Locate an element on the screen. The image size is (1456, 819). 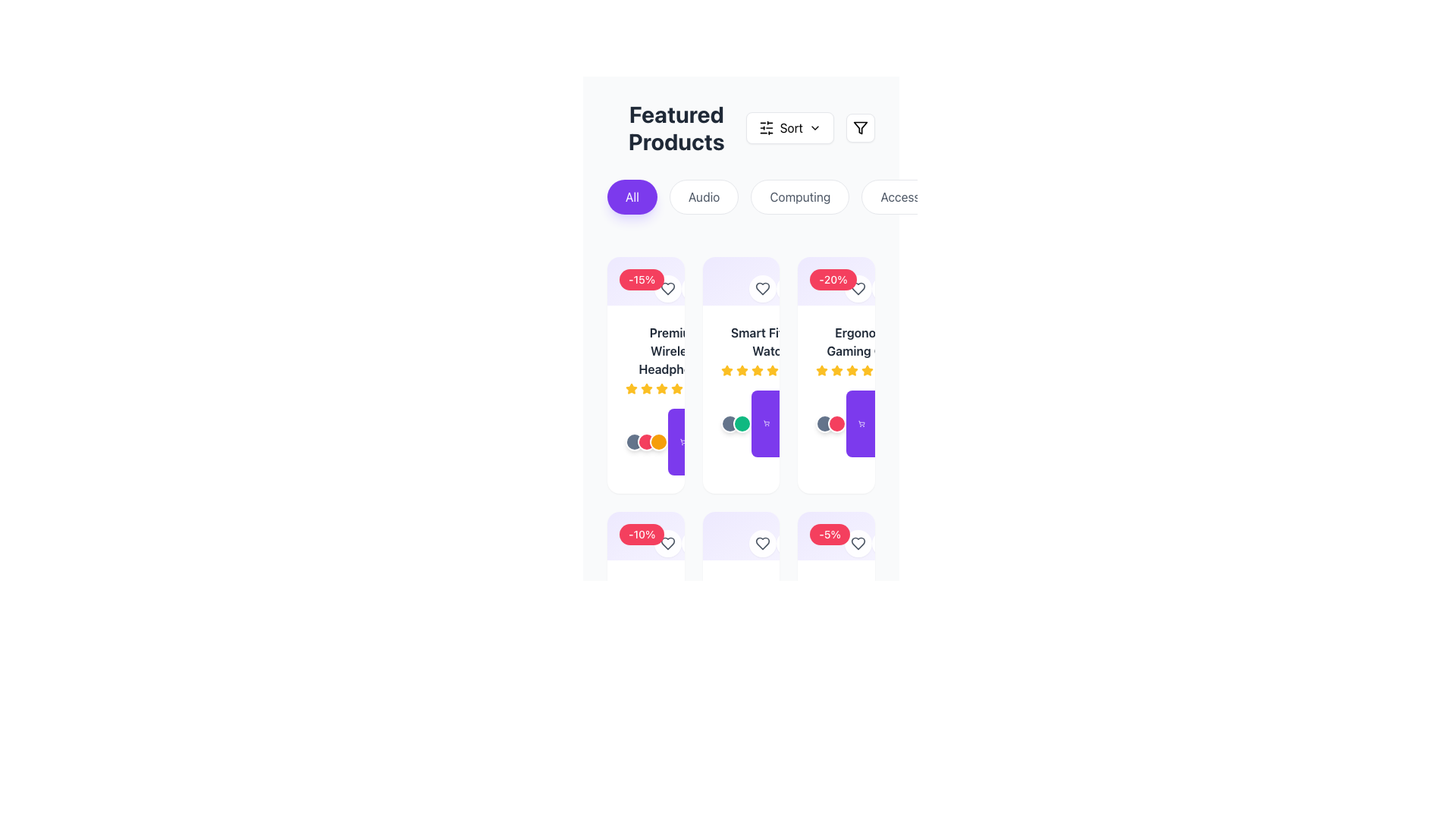
the middle button in the horizontal arrangement of three buttons is located at coordinates (647, 441).